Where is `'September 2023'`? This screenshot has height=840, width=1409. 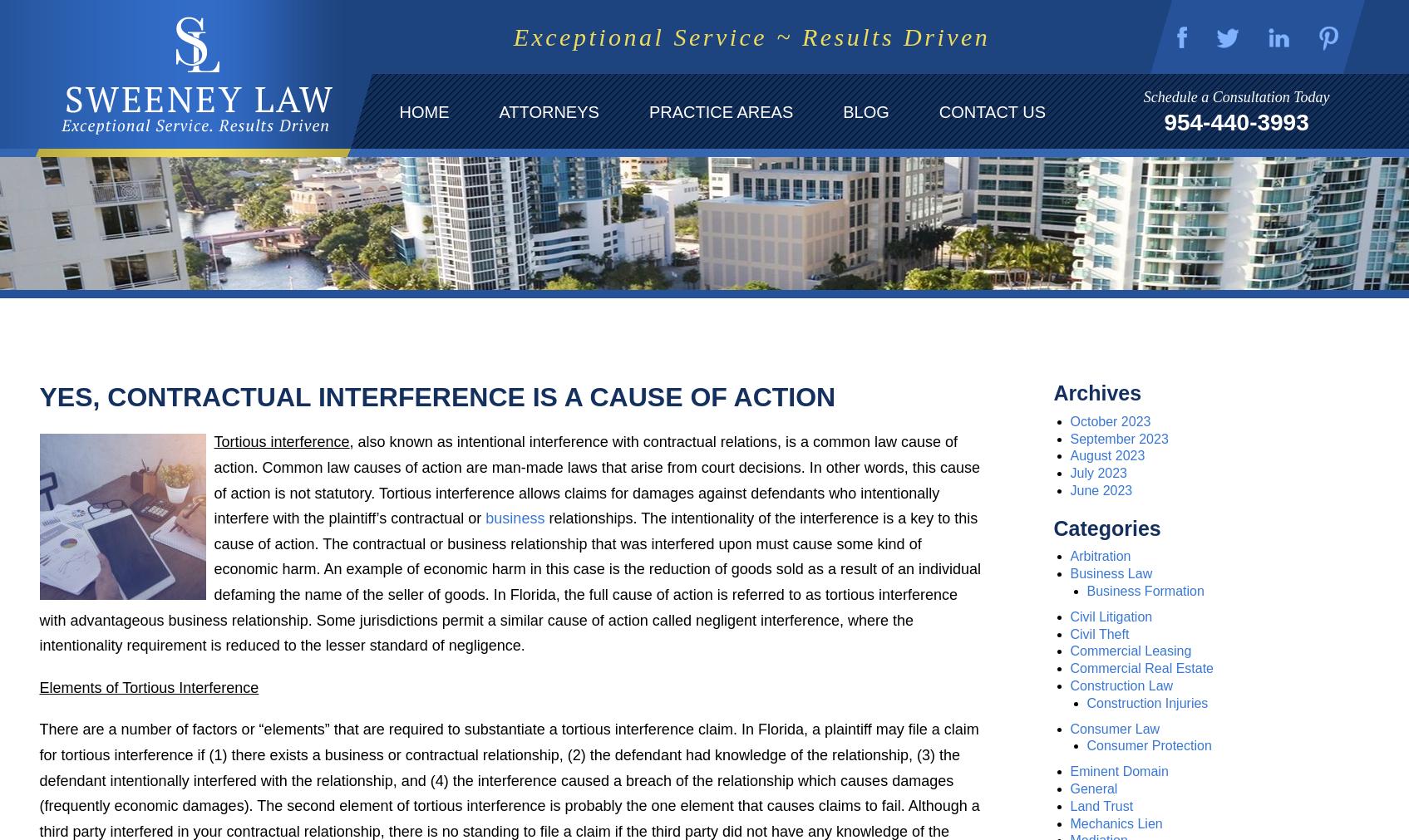 'September 2023' is located at coordinates (1118, 438).